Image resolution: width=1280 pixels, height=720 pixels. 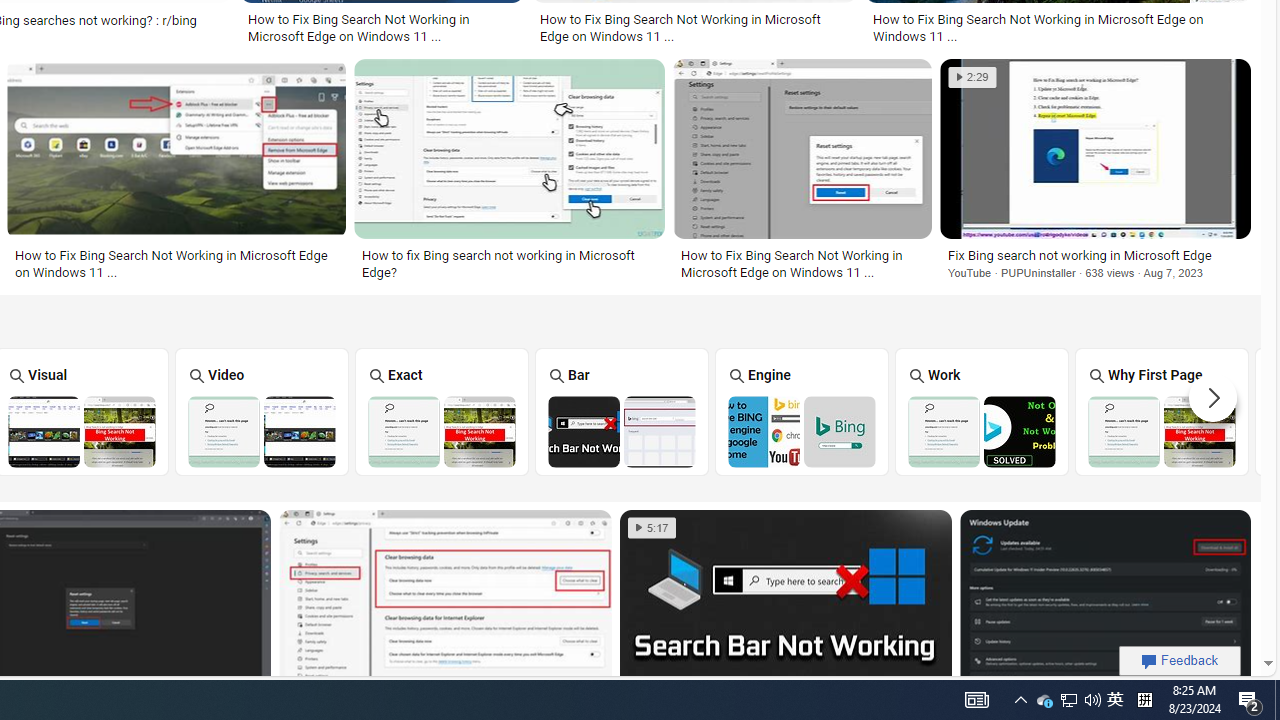 I want to click on 'Bing Visual Search Not Working', so click(x=80, y=430).